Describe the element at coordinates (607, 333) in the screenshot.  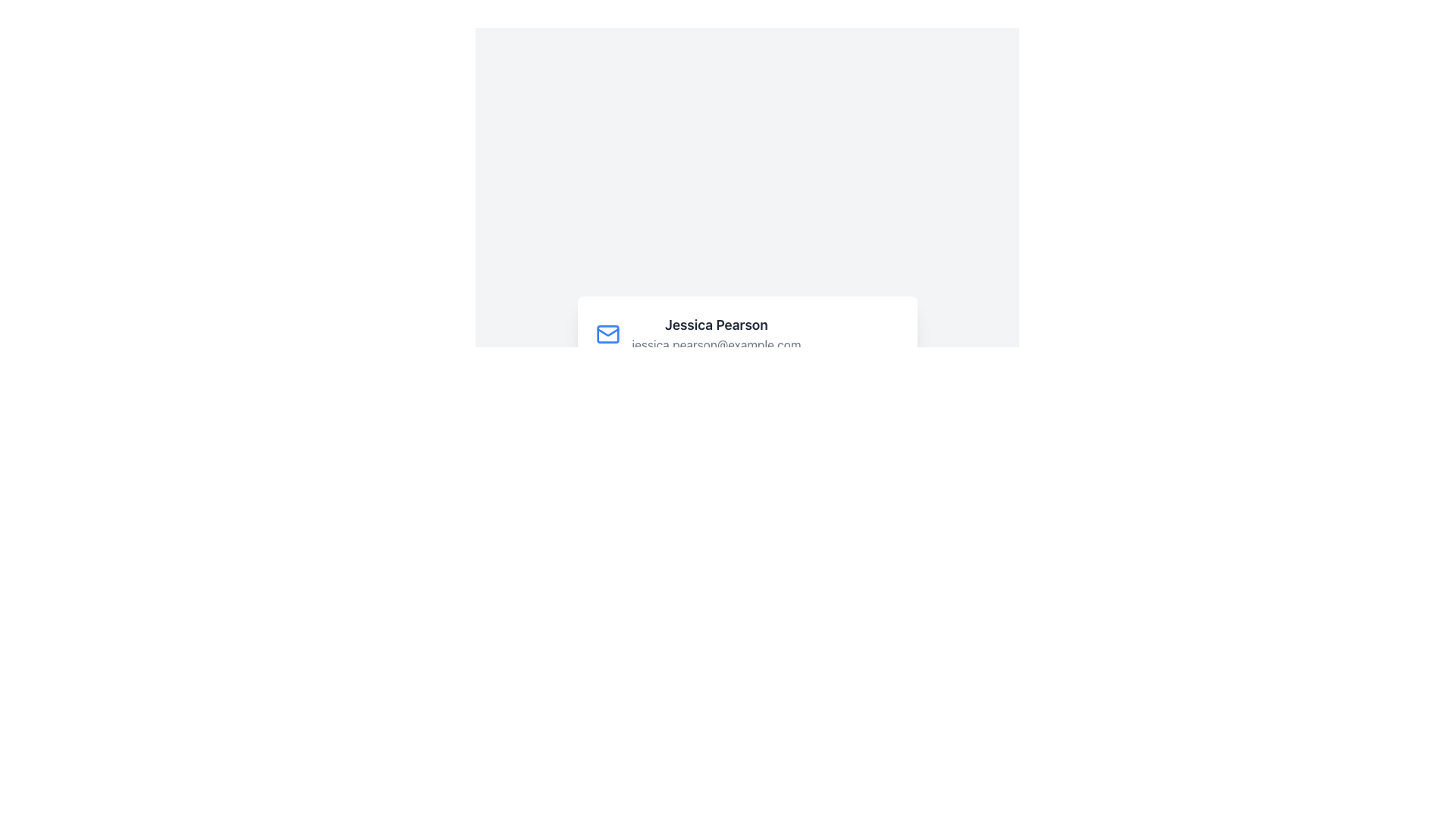
I see `the envelope icon indicating email or messaging functionality, located to the immediate left of the text elements for 'Jessica Pearson' and 'jessica.pearson@example.com'` at that location.